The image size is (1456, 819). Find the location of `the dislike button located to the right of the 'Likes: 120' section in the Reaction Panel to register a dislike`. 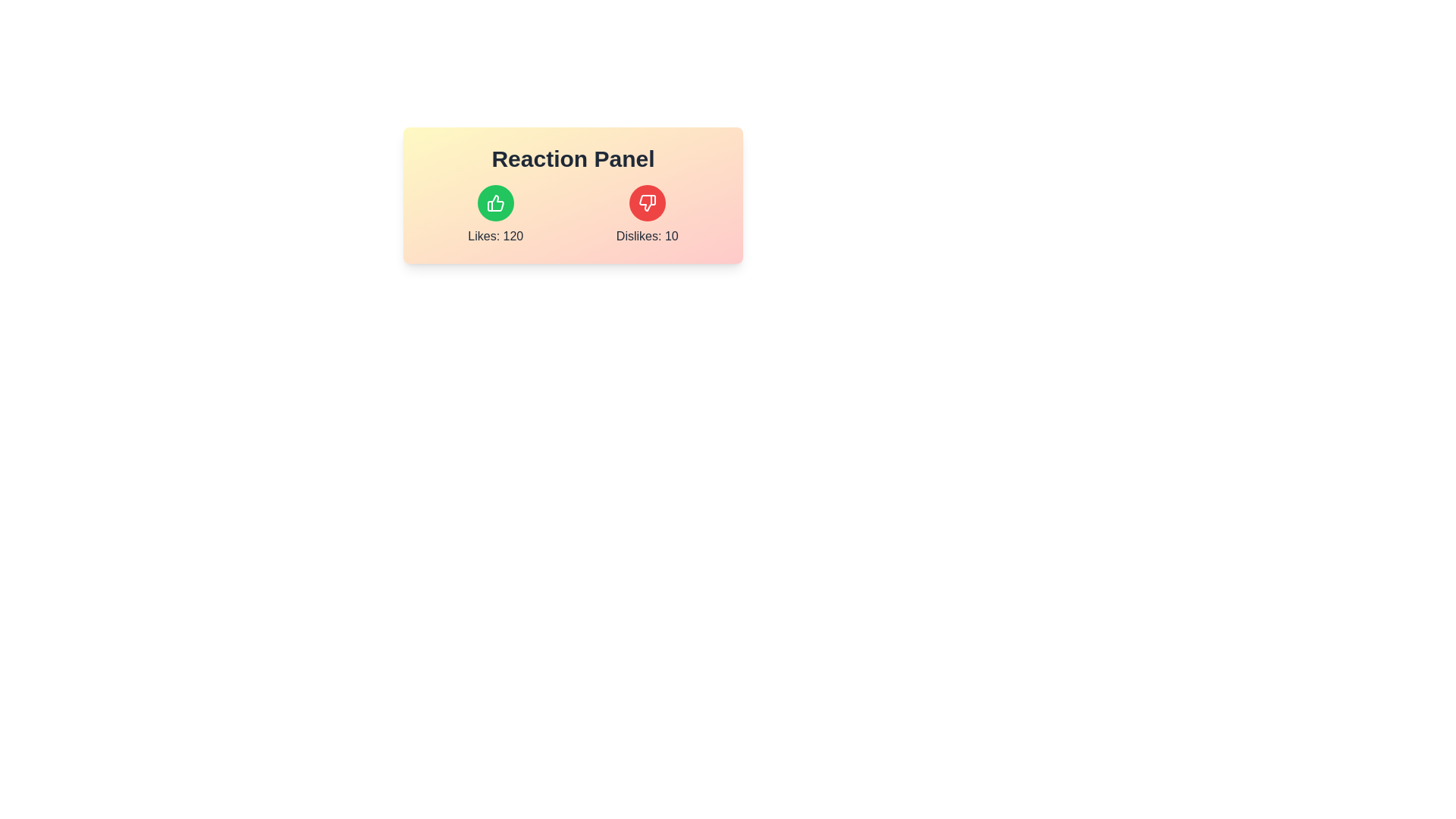

the dislike button located to the right of the 'Likes: 120' section in the Reaction Panel to register a dislike is located at coordinates (647, 215).